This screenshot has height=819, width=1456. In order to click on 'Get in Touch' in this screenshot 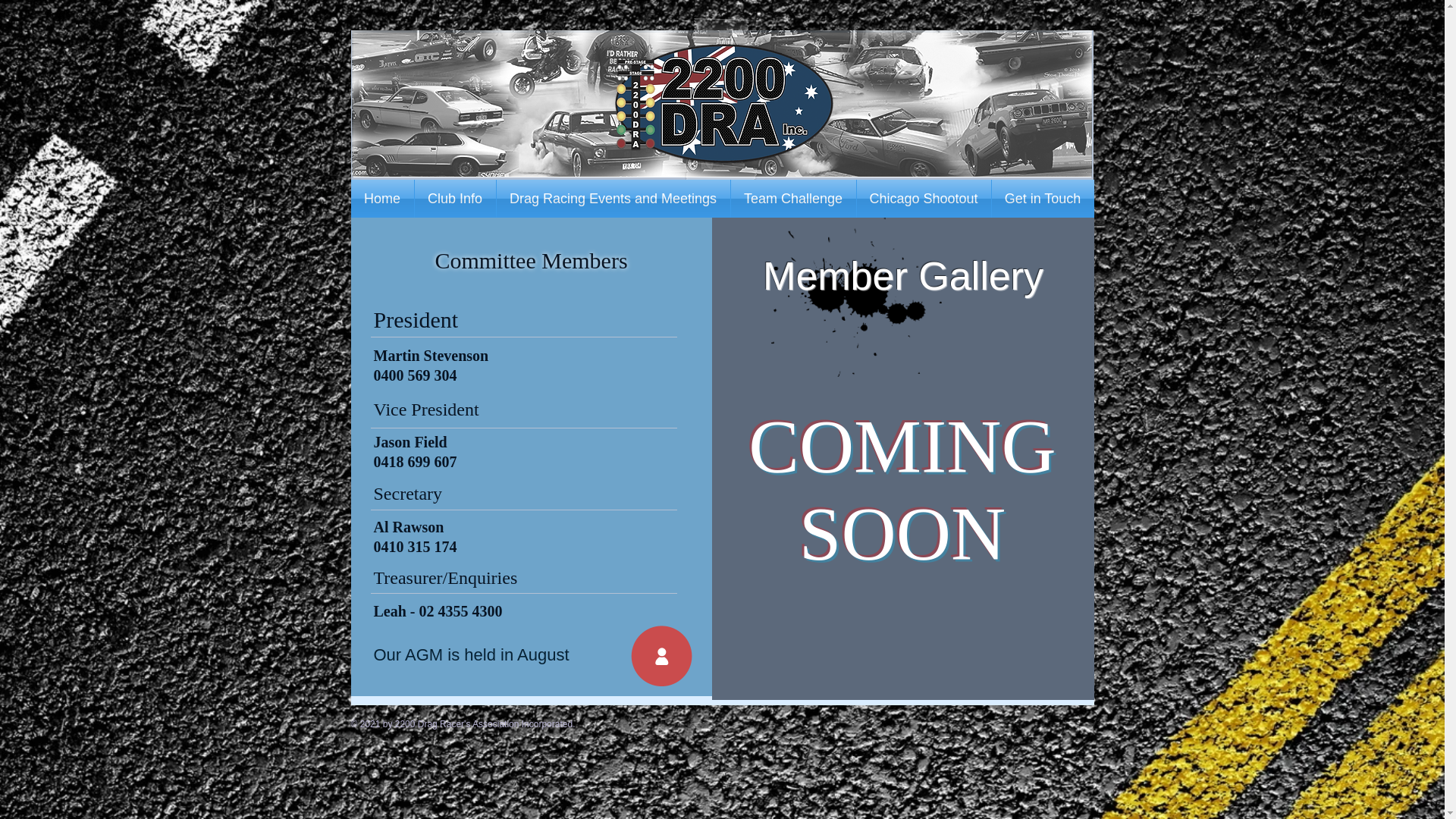, I will do `click(1042, 198)`.